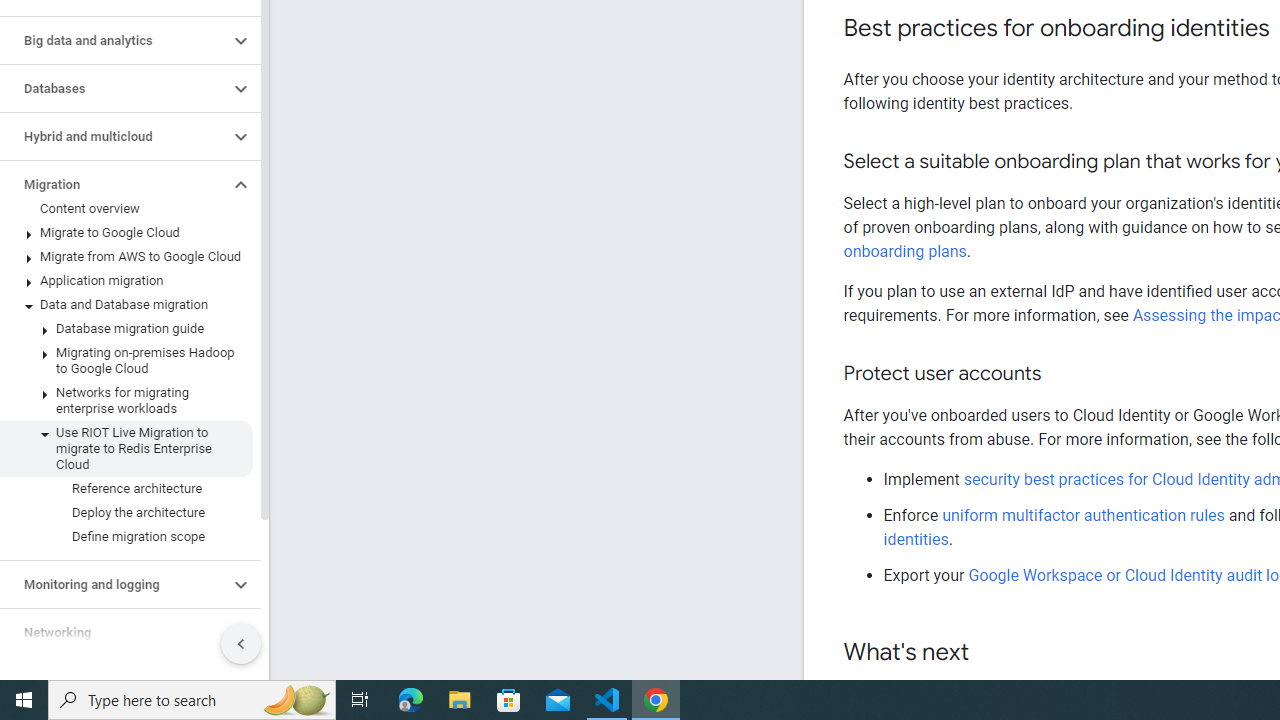  What do you see at coordinates (125, 209) in the screenshot?
I see `'Content overview'` at bounding box center [125, 209].